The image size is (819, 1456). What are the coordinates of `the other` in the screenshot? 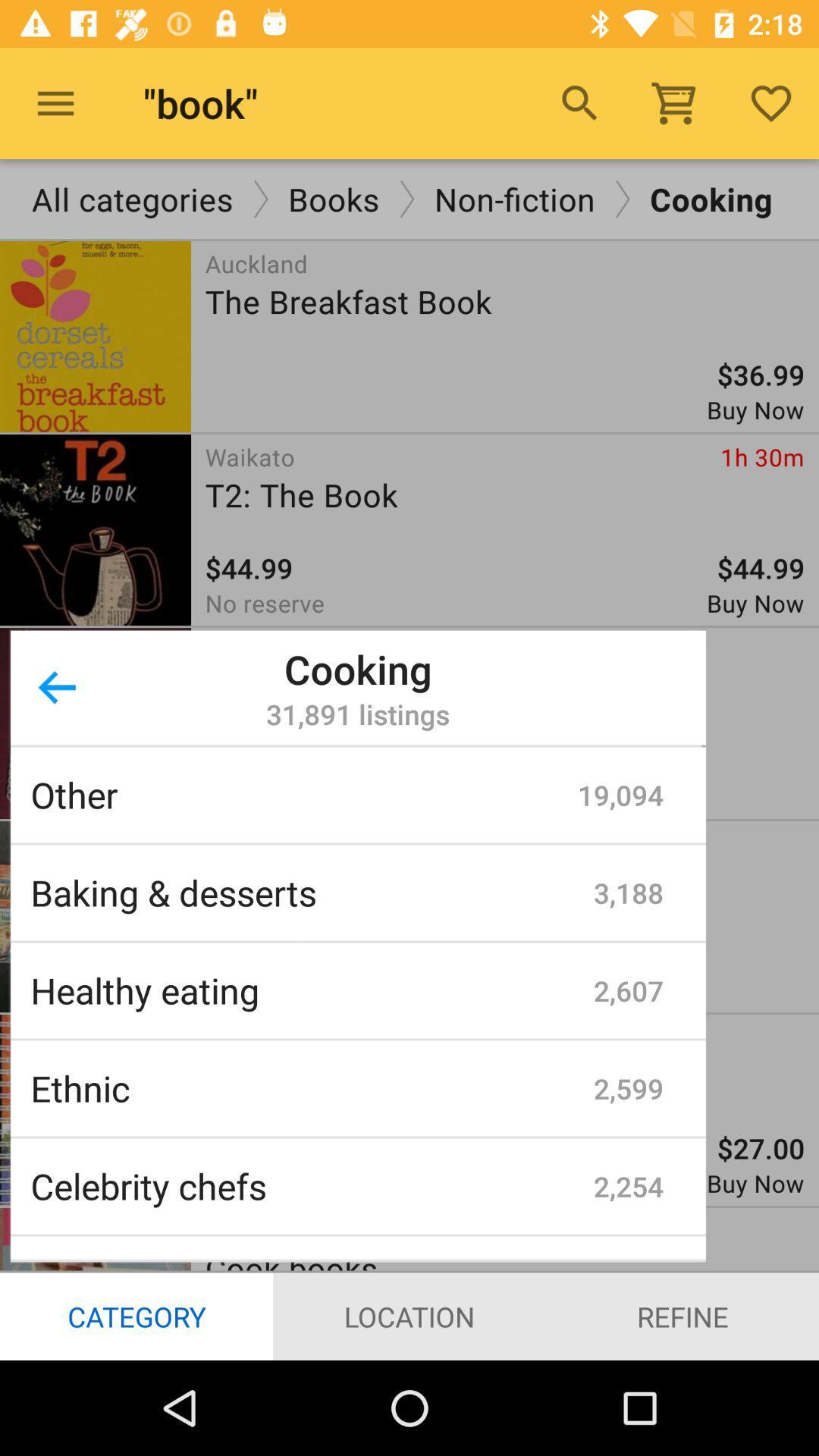 It's located at (304, 794).